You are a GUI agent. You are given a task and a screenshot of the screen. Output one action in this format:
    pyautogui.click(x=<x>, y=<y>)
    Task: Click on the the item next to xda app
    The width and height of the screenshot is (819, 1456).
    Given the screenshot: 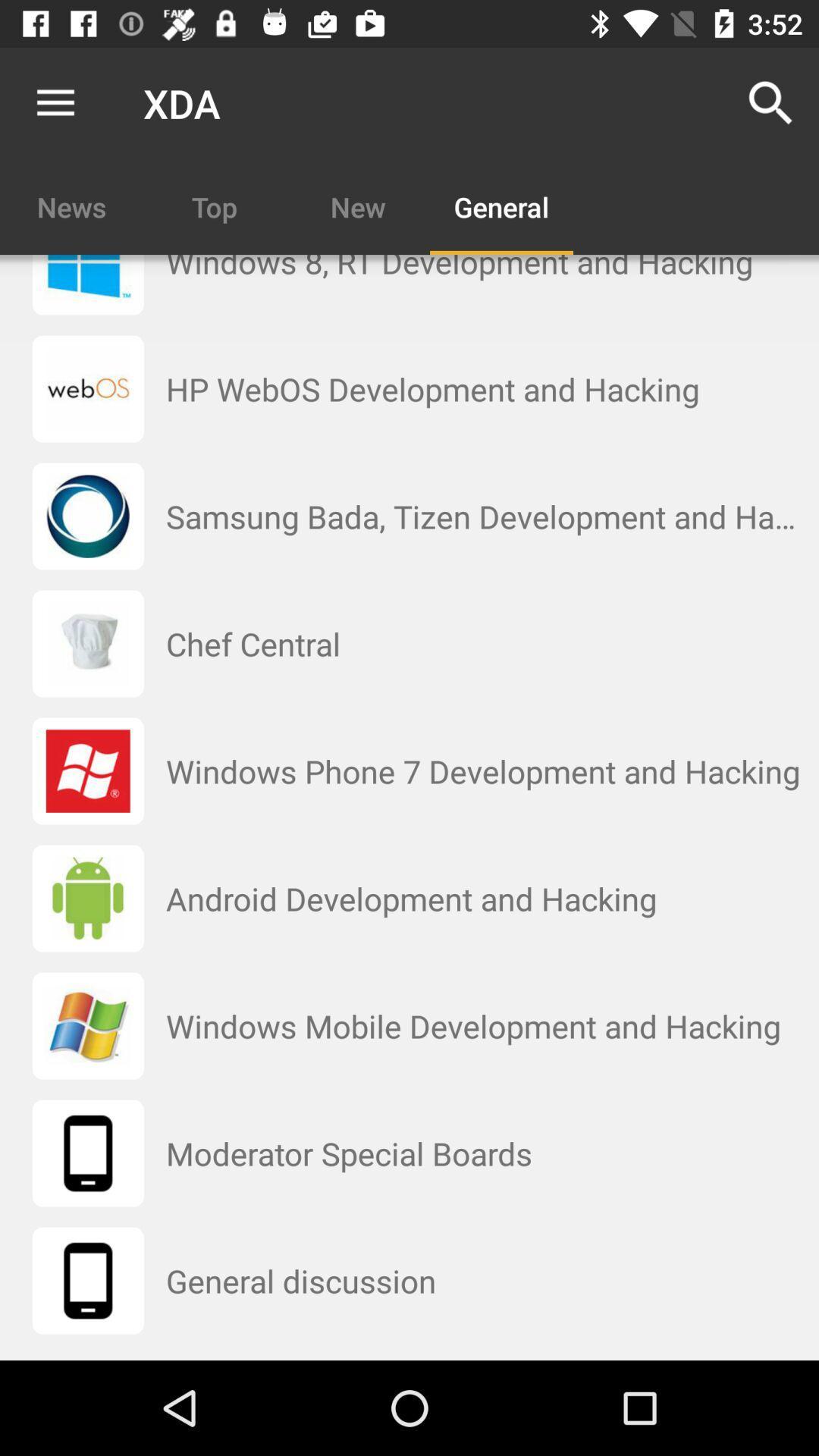 What is the action you would take?
    pyautogui.click(x=55, y=102)
    